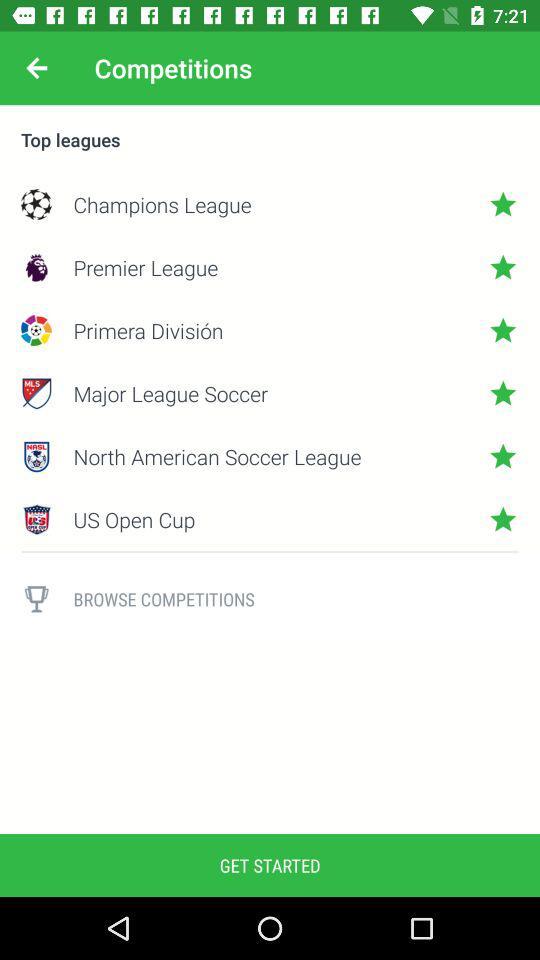 The width and height of the screenshot is (540, 960). I want to click on icon below the top leagues icon, so click(270, 204).